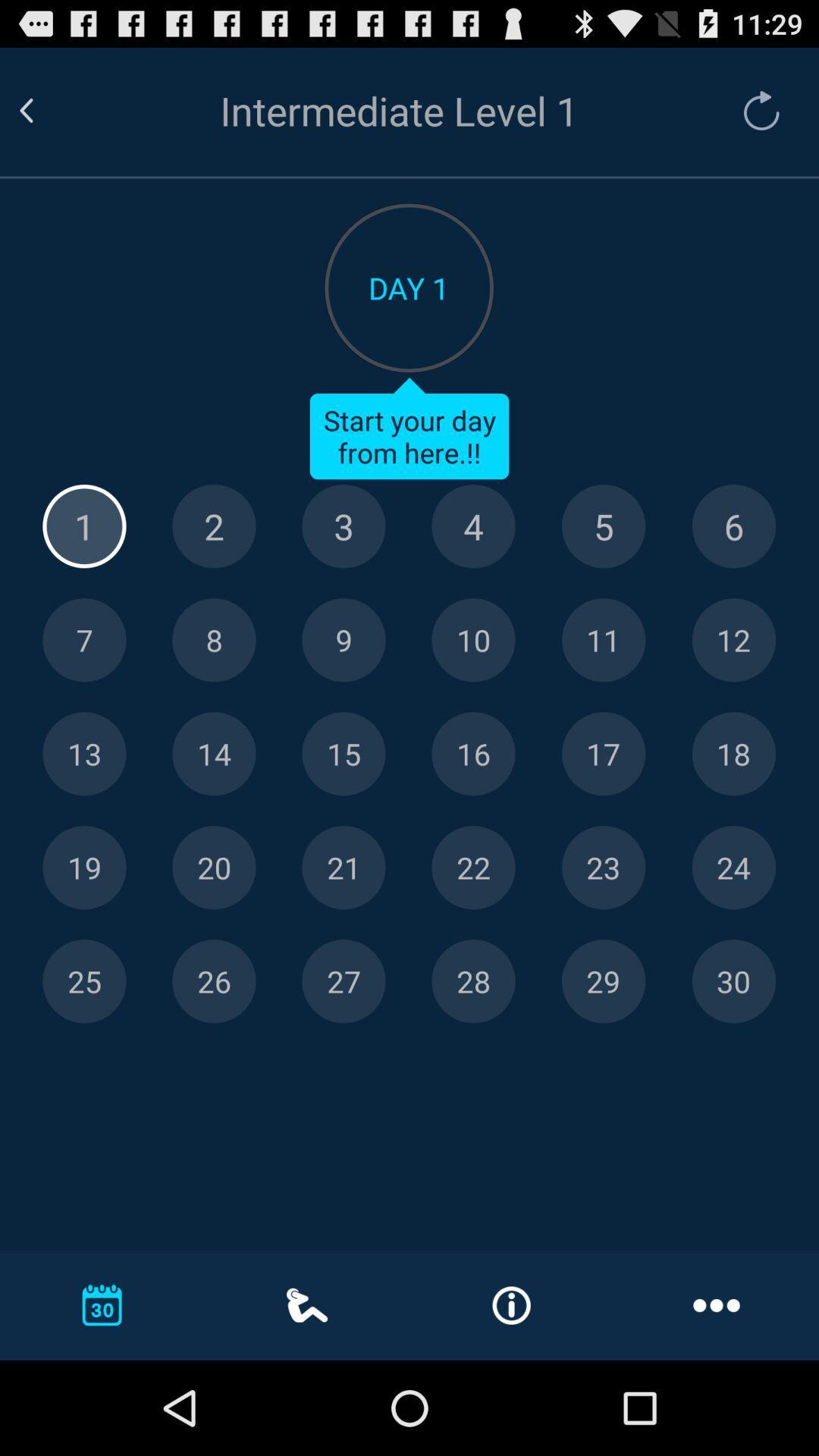 The image size is (819, 1456). I want to click on click the day 26, so click(214, 981).